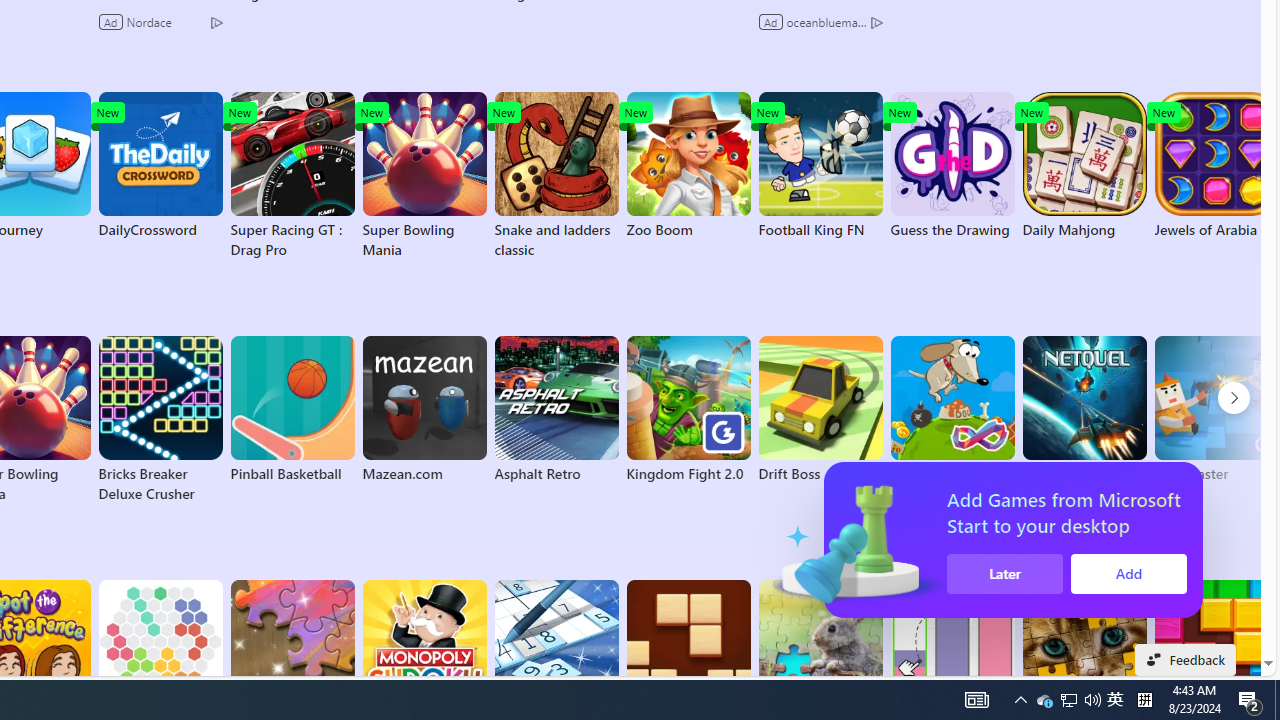 The width and height of the screenshot is (1280, 720). What do you see at coordinates (160, 164) in the screenshot?
I see `'DailyCrossword'` at bounding box center [160, 164].